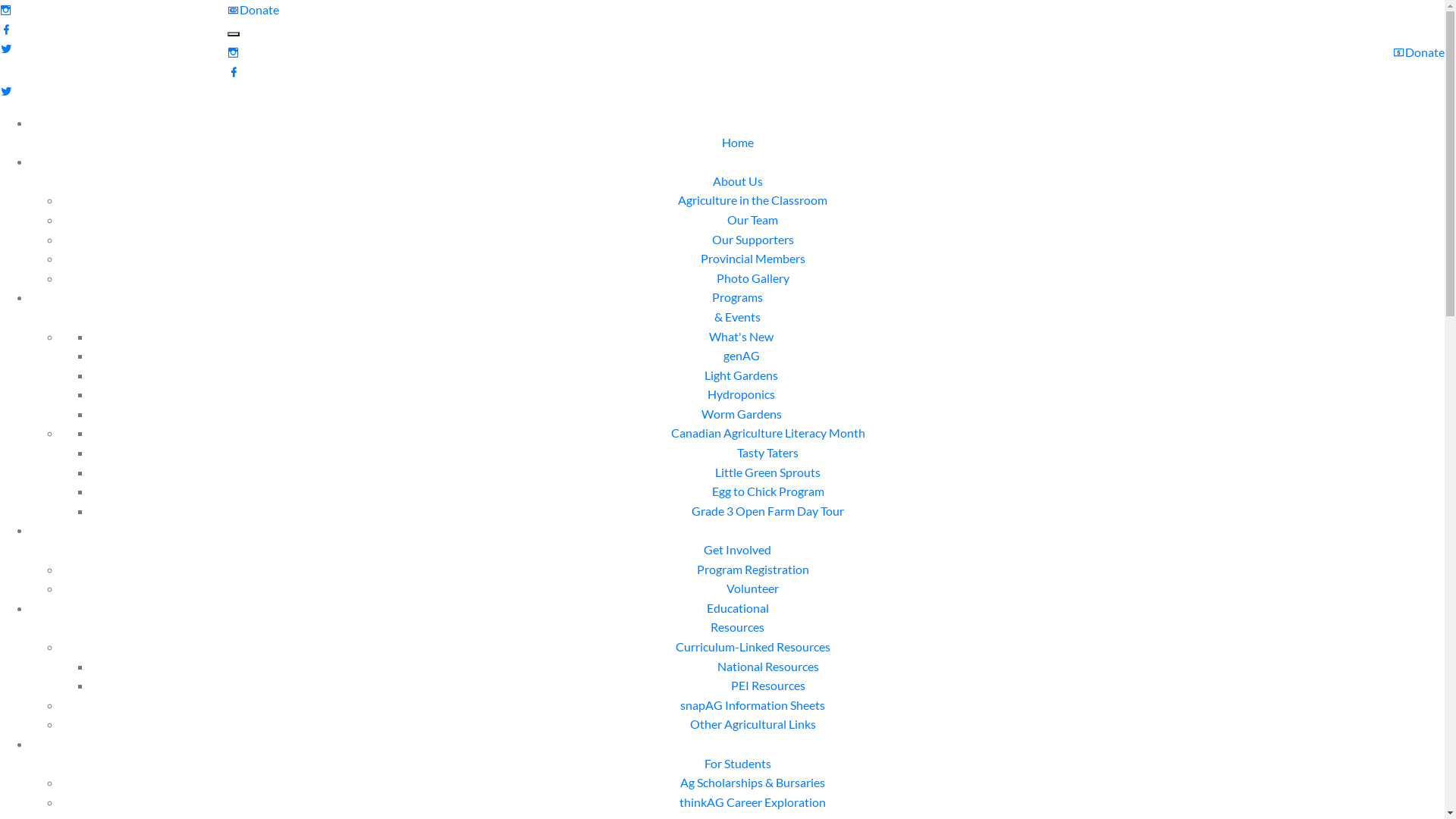  I want to click on 'thinkAG Career Exploration', so click(752, 801).